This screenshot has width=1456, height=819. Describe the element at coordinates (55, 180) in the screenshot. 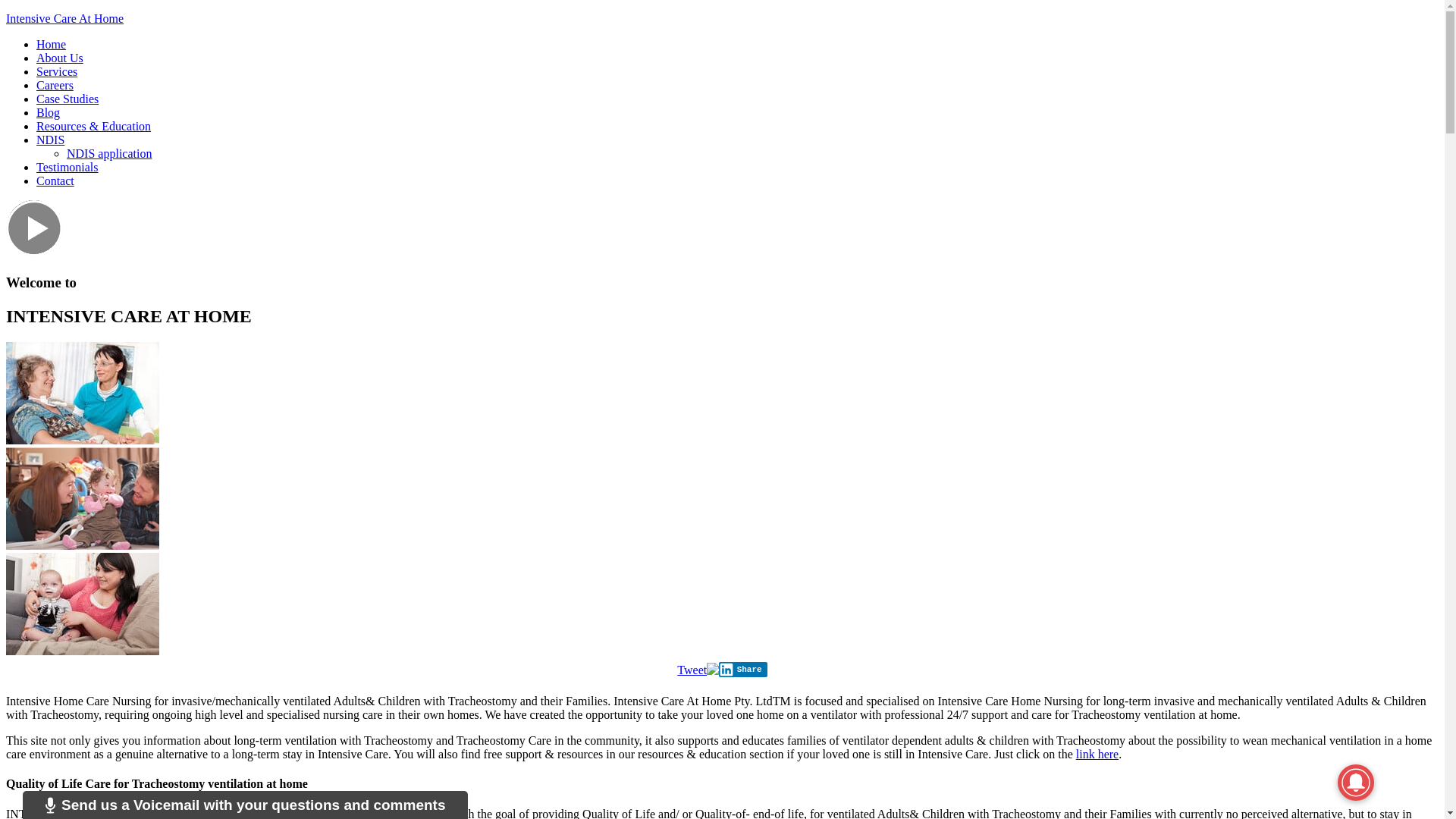

I see `'Contact'` at that location.